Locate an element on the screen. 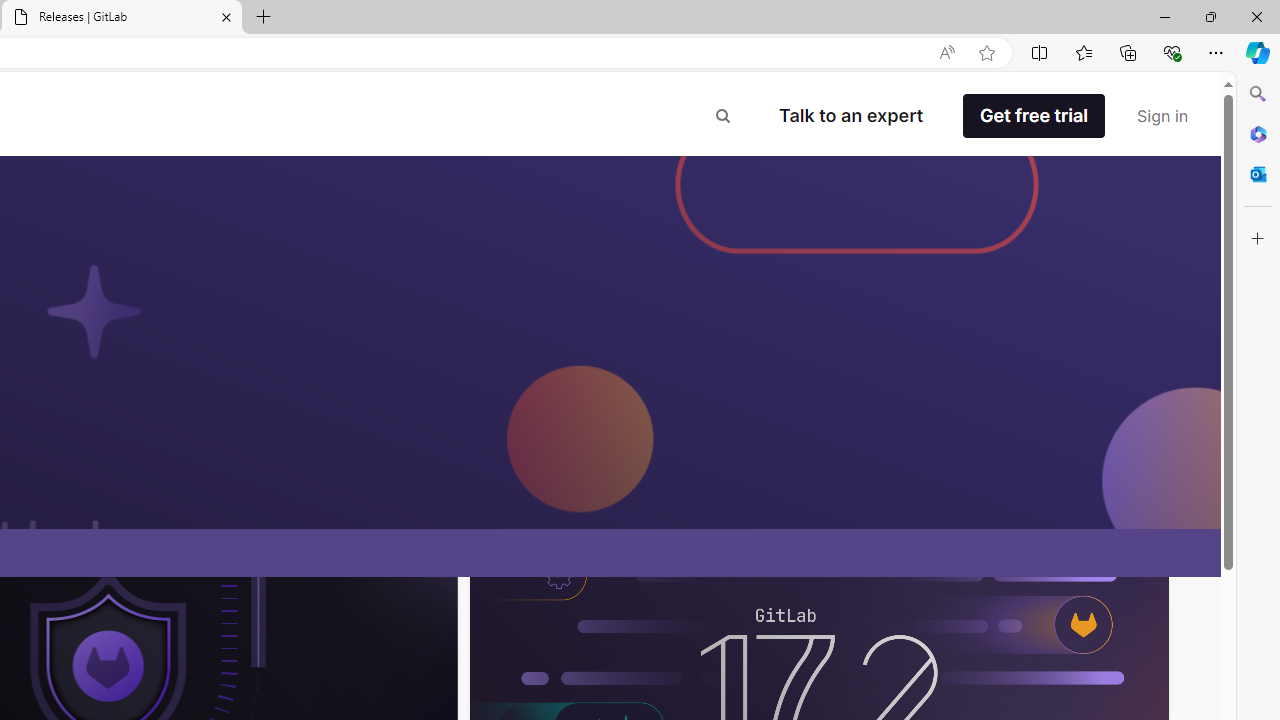 The height and width of the screenshot is (720, 1280). 'Sign in' is located at coordinates (1162, 115).